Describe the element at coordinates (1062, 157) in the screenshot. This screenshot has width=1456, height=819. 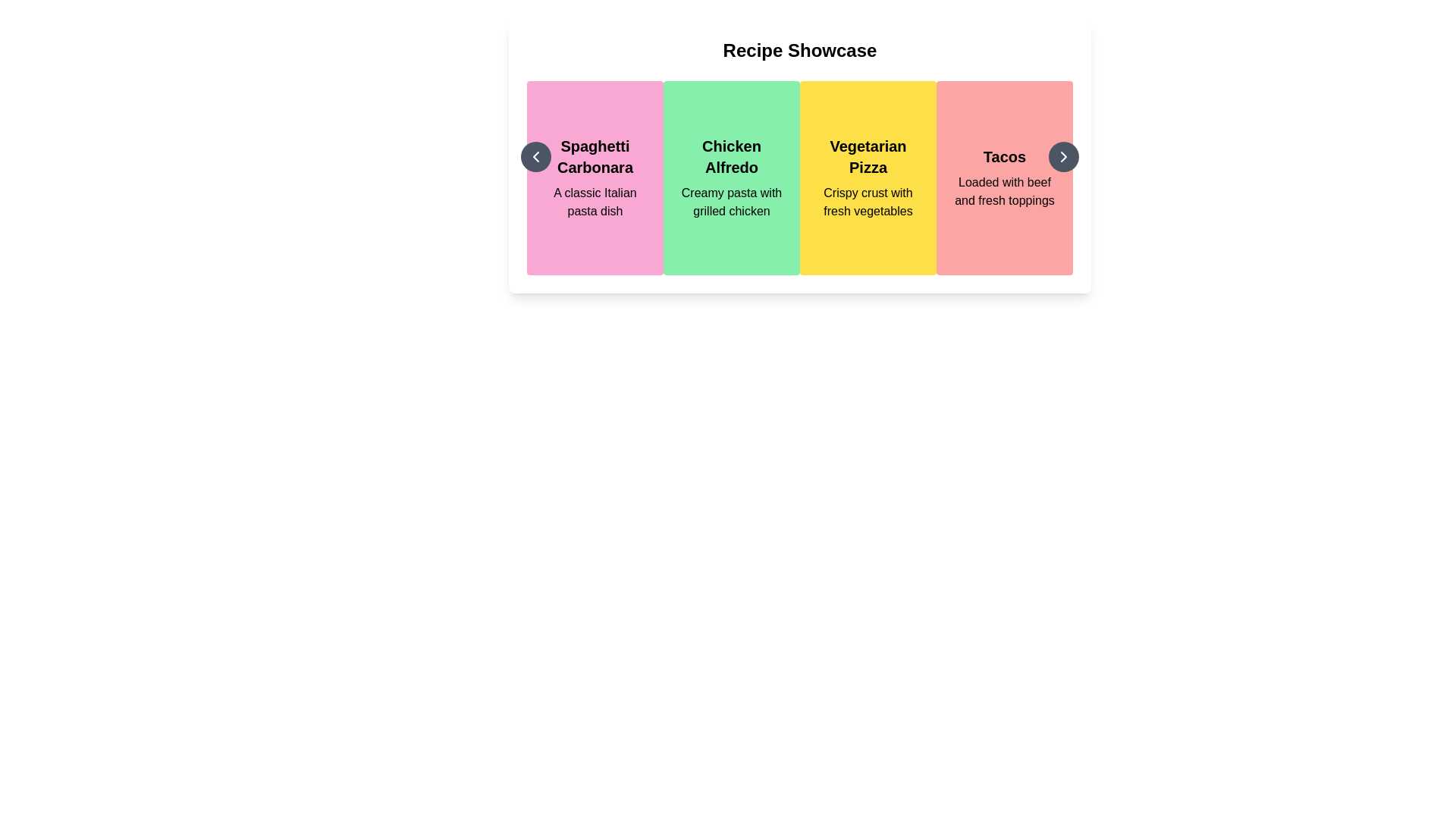
I see `the right-facing chevron icon button located at the right edge of the 'Tacos' card` at that location.